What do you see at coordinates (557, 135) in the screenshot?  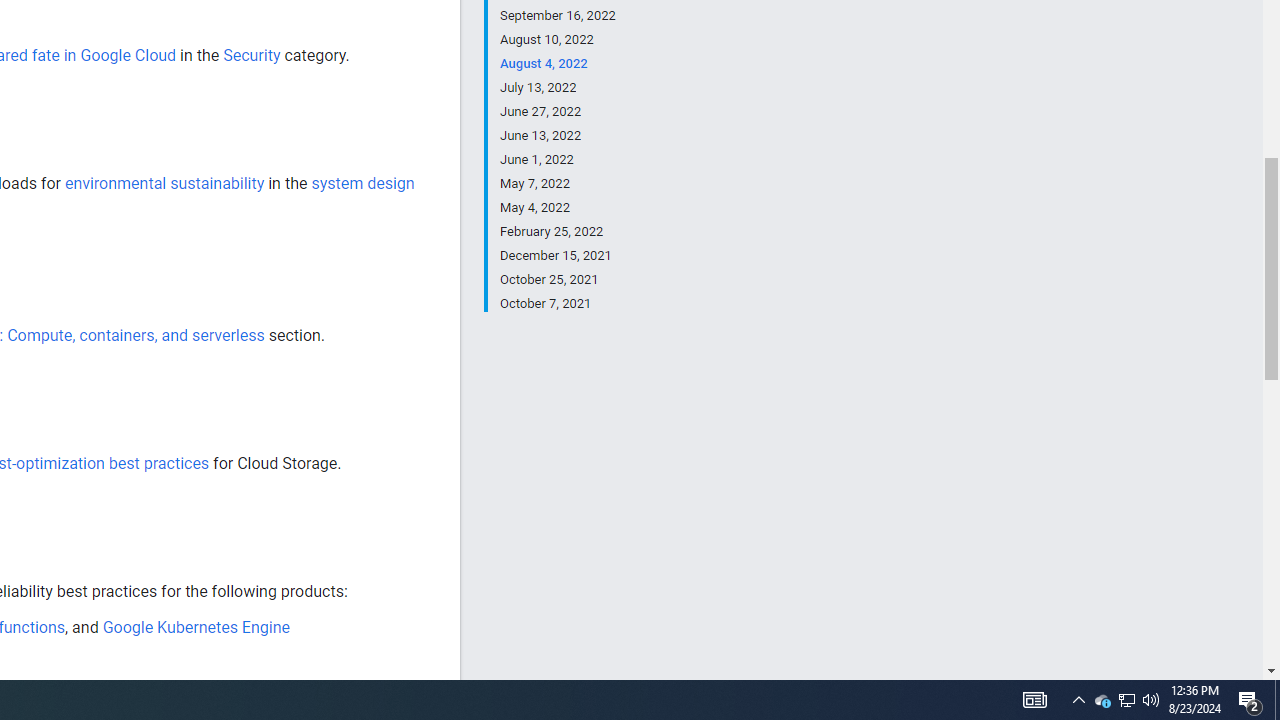 I see `'June 13, 2022'` at bounding box center [557, 135].